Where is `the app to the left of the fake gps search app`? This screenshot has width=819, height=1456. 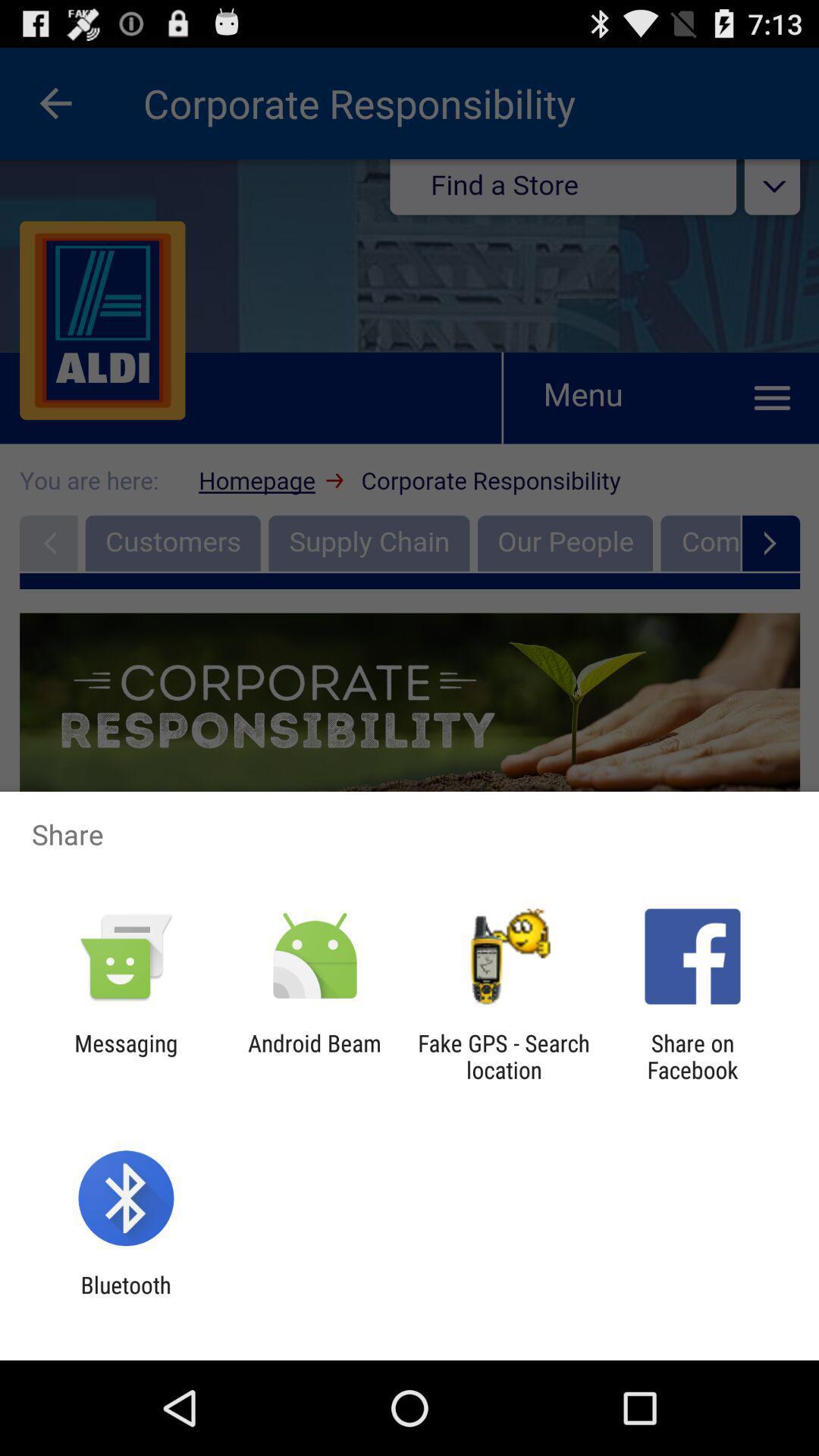 the app to the left of the fake gps search app is located at coordinates (314, 1056).